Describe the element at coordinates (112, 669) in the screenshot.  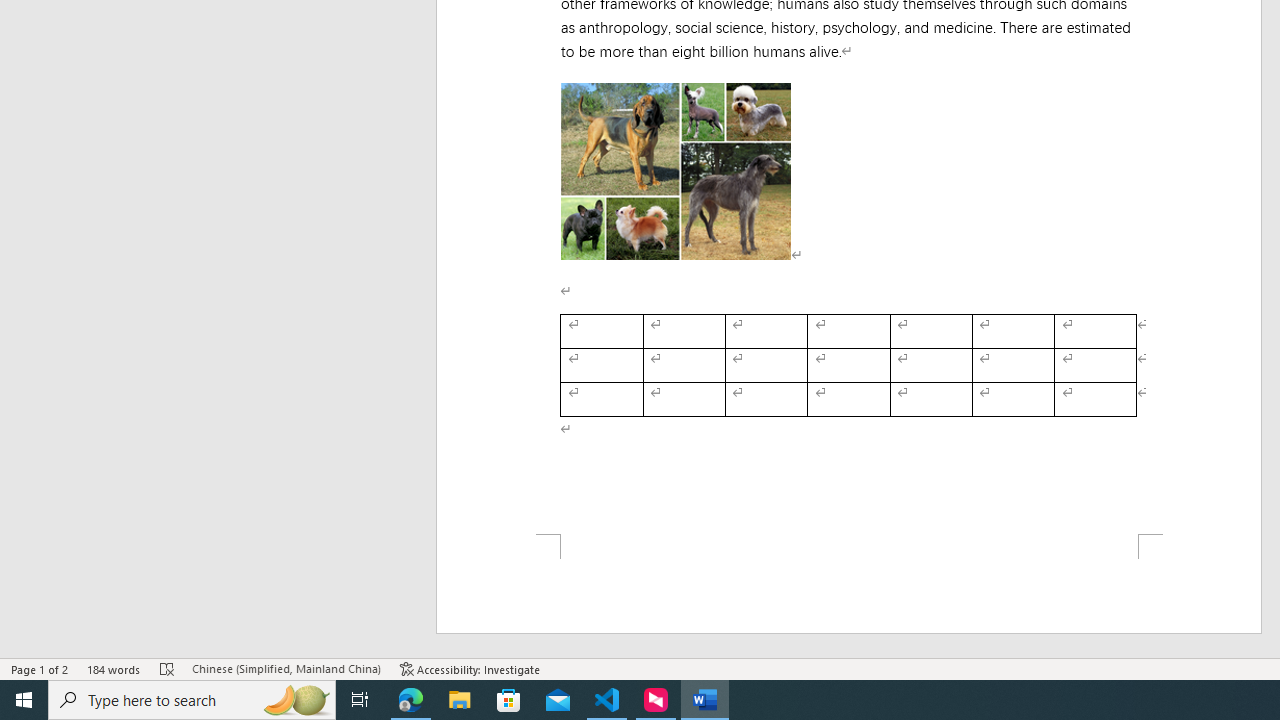
I see `'Word Count 184 words'` at that location.